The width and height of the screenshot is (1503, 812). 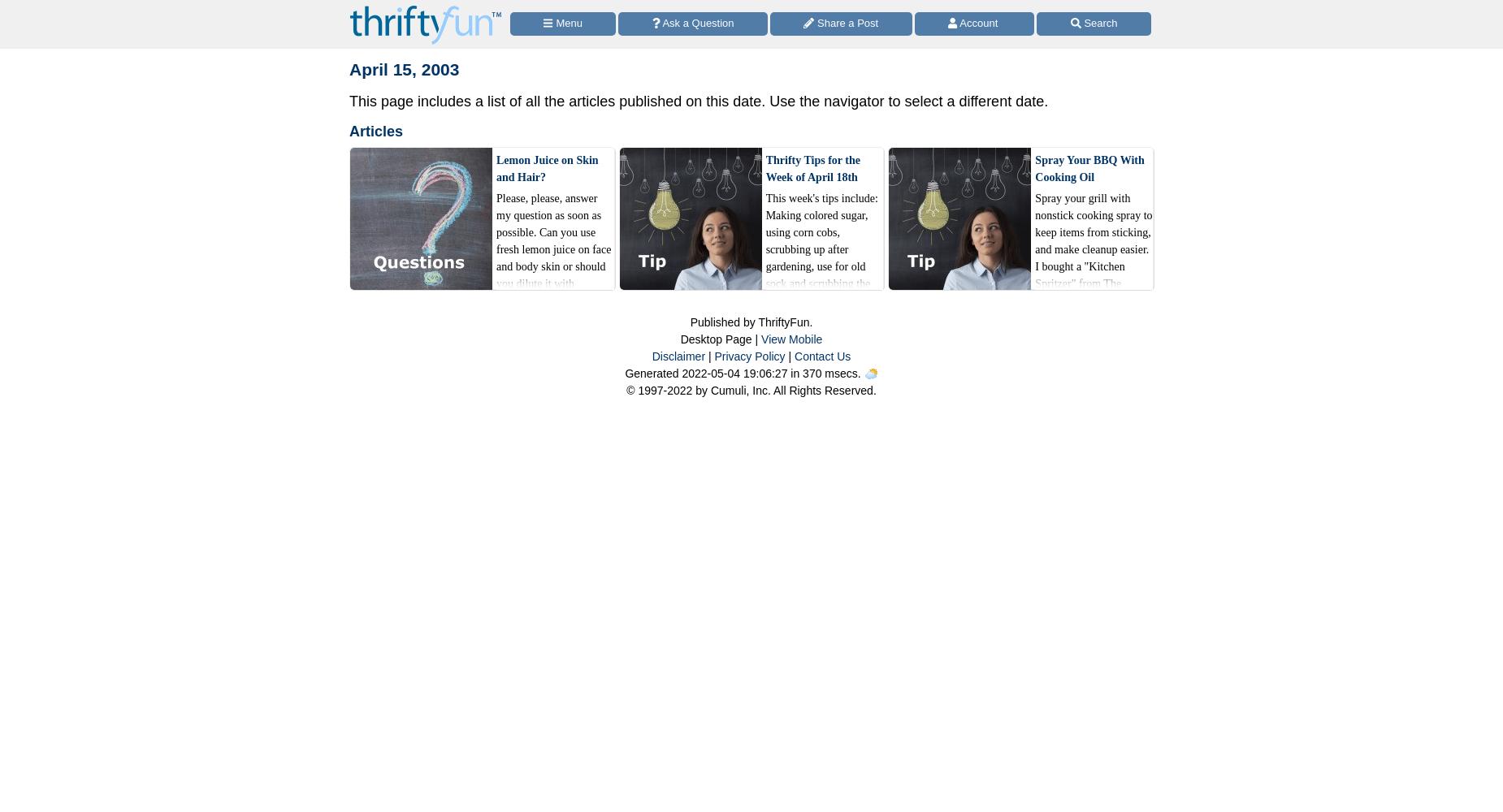 What do you see at coordinates (696, 22) in the screenshot?
I see `'Ask a Question'` at bounding box center [696, 22].